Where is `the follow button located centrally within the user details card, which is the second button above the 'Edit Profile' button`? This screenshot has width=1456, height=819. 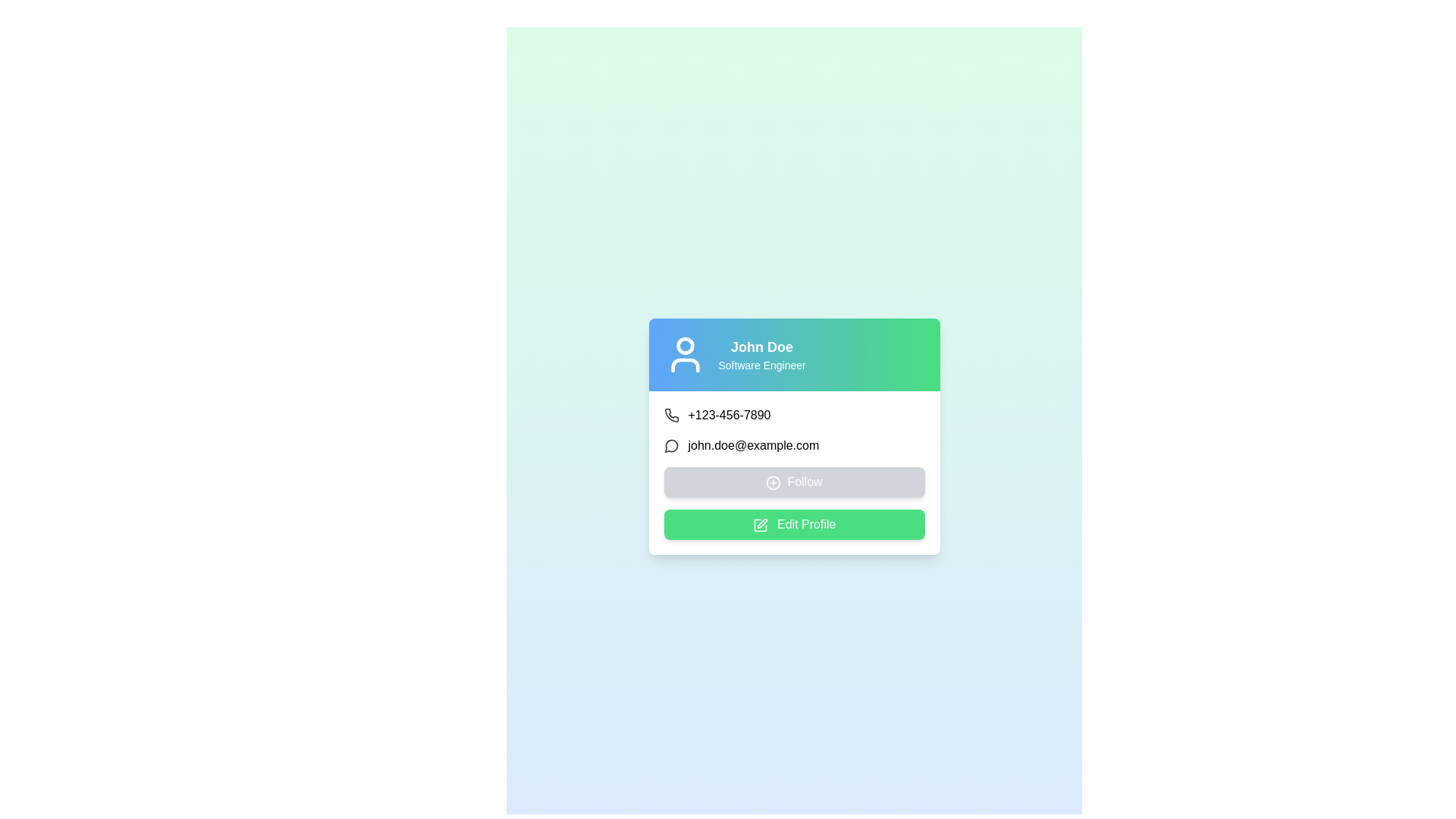 the follow button located centrally within the user details card, which is the second button above the 'Edit Profile' button is located at coordinates (793, 472).